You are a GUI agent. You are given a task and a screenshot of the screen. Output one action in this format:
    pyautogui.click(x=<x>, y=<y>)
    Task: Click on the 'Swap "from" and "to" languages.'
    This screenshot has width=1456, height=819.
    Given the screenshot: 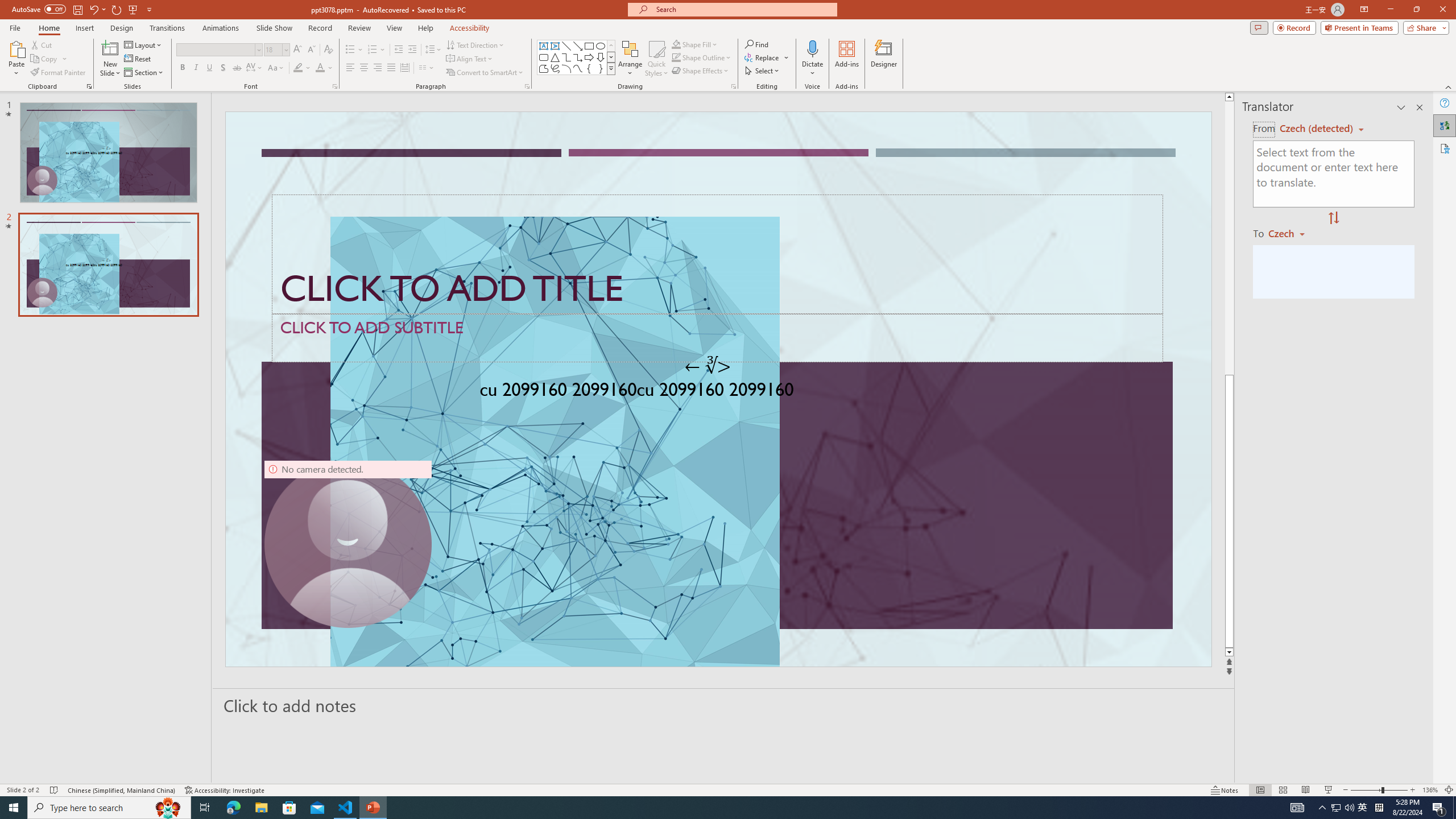 What is the action you would take?
    pyautogui.click(x=1333, y=218)
    